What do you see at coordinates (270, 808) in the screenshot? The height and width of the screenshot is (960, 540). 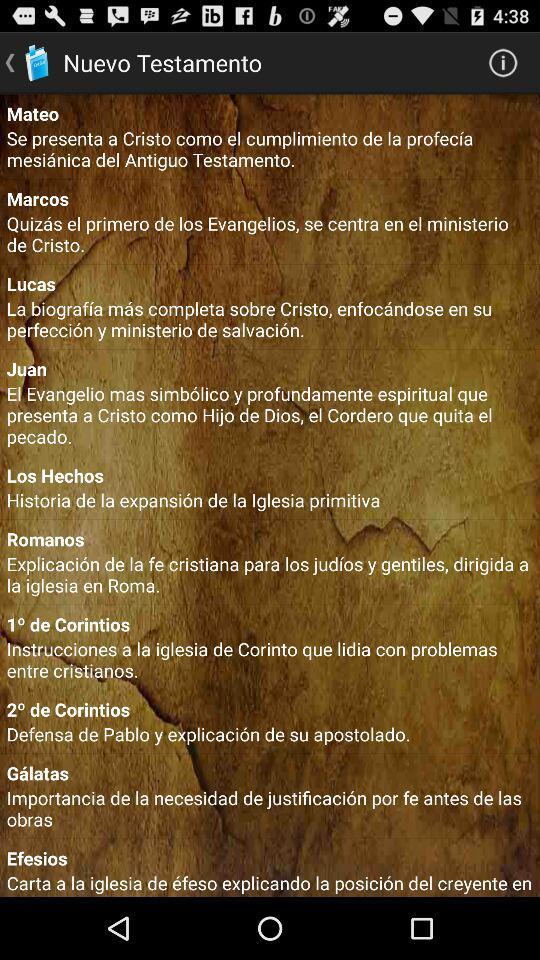 I see `importancia de la` at bounding box center [270, 808].